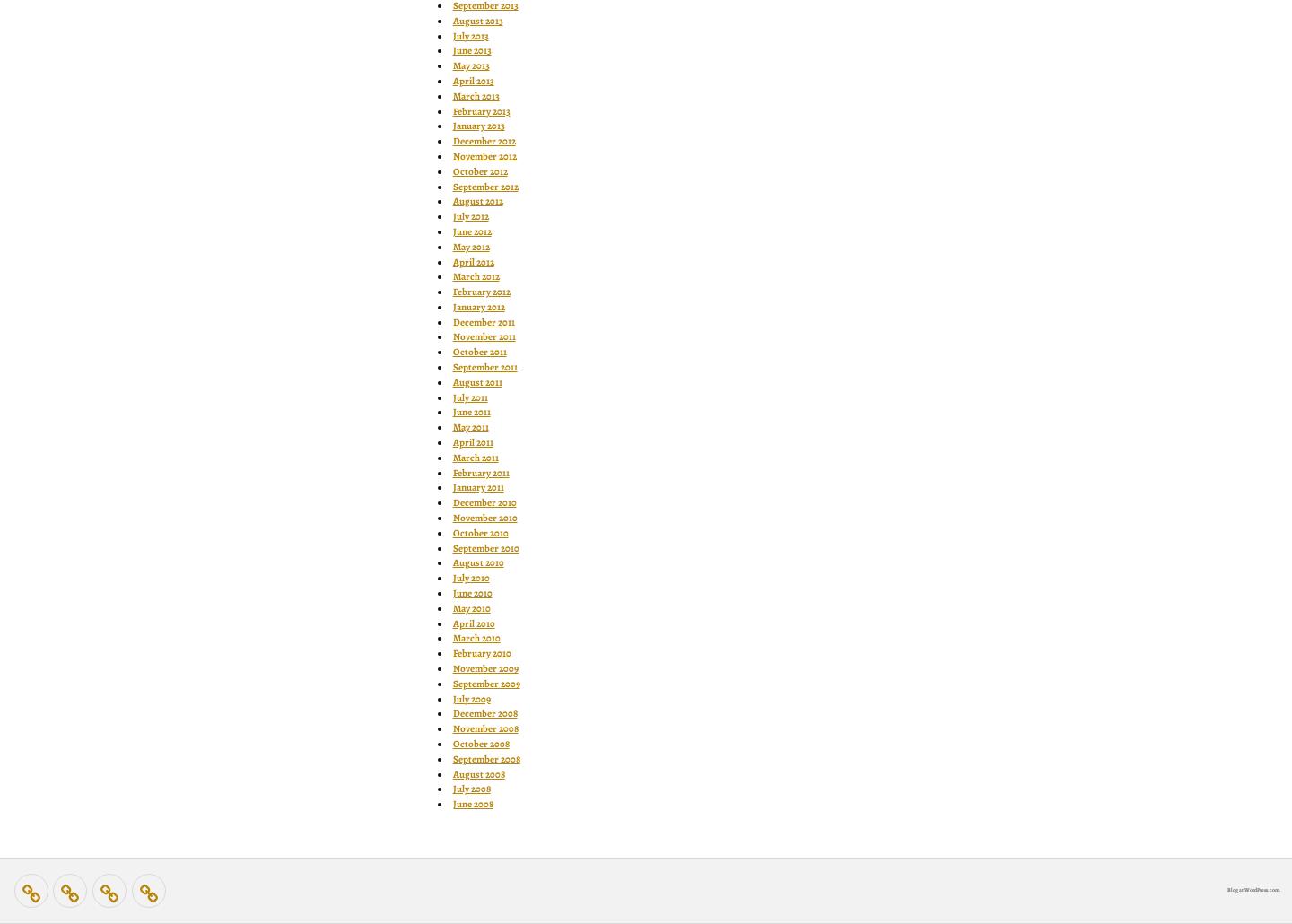 This screenshot has width=1292, height=924. I want to click on 'February 2012', so click(479, 291).